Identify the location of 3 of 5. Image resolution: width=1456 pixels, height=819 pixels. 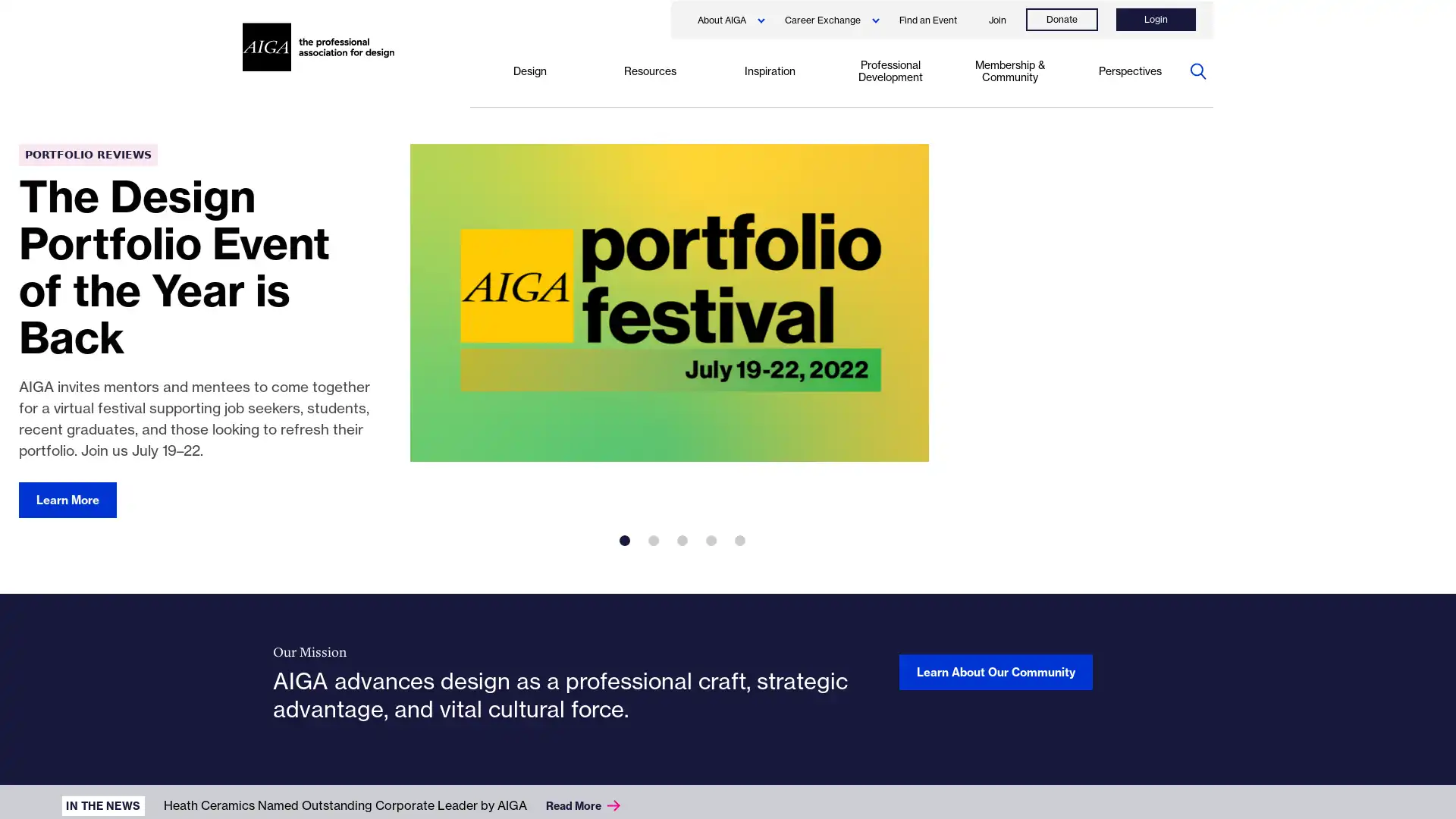
(682, 540).